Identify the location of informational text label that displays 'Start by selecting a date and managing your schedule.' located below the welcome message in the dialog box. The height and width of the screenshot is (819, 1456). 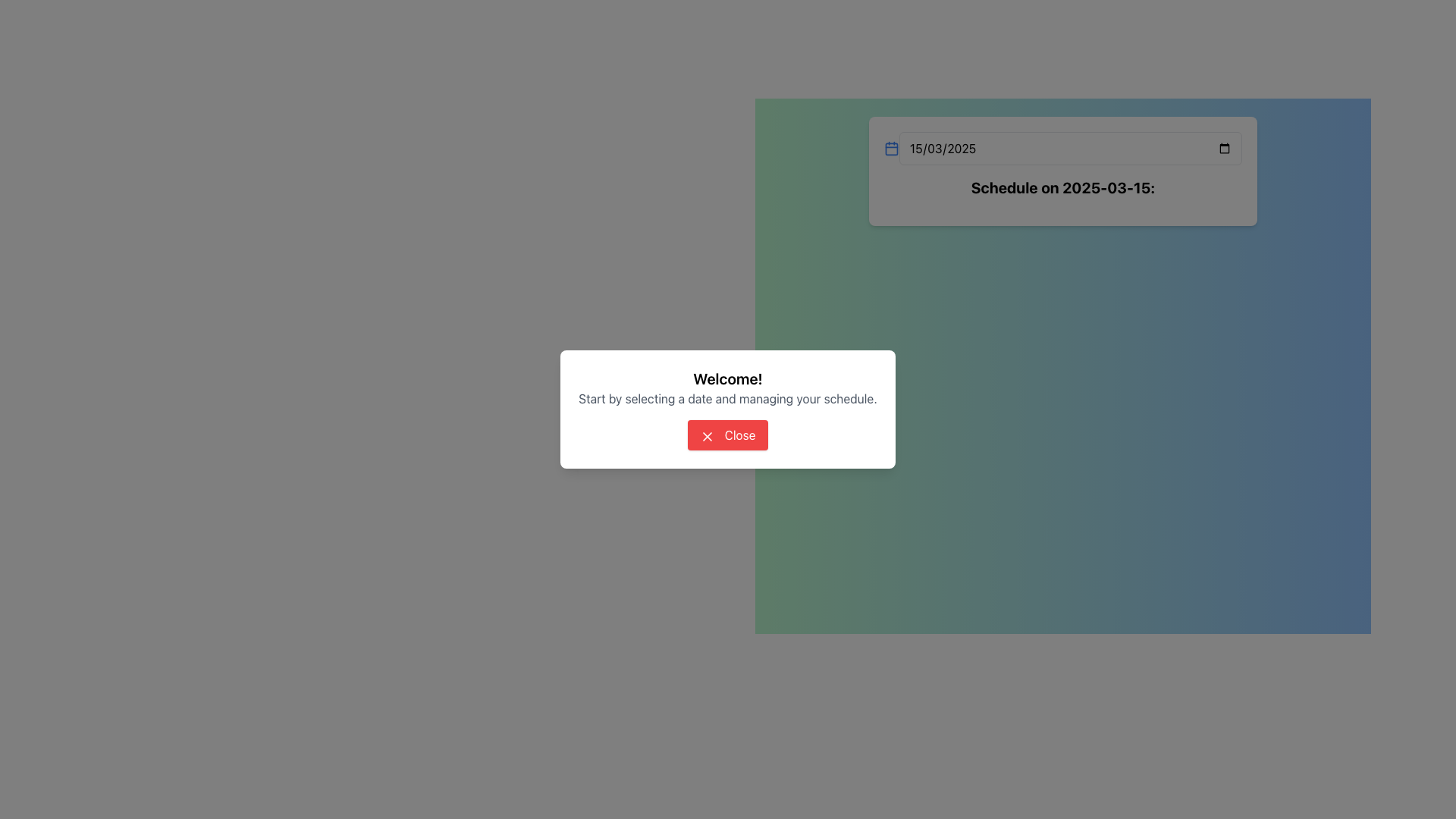
(728, 397).